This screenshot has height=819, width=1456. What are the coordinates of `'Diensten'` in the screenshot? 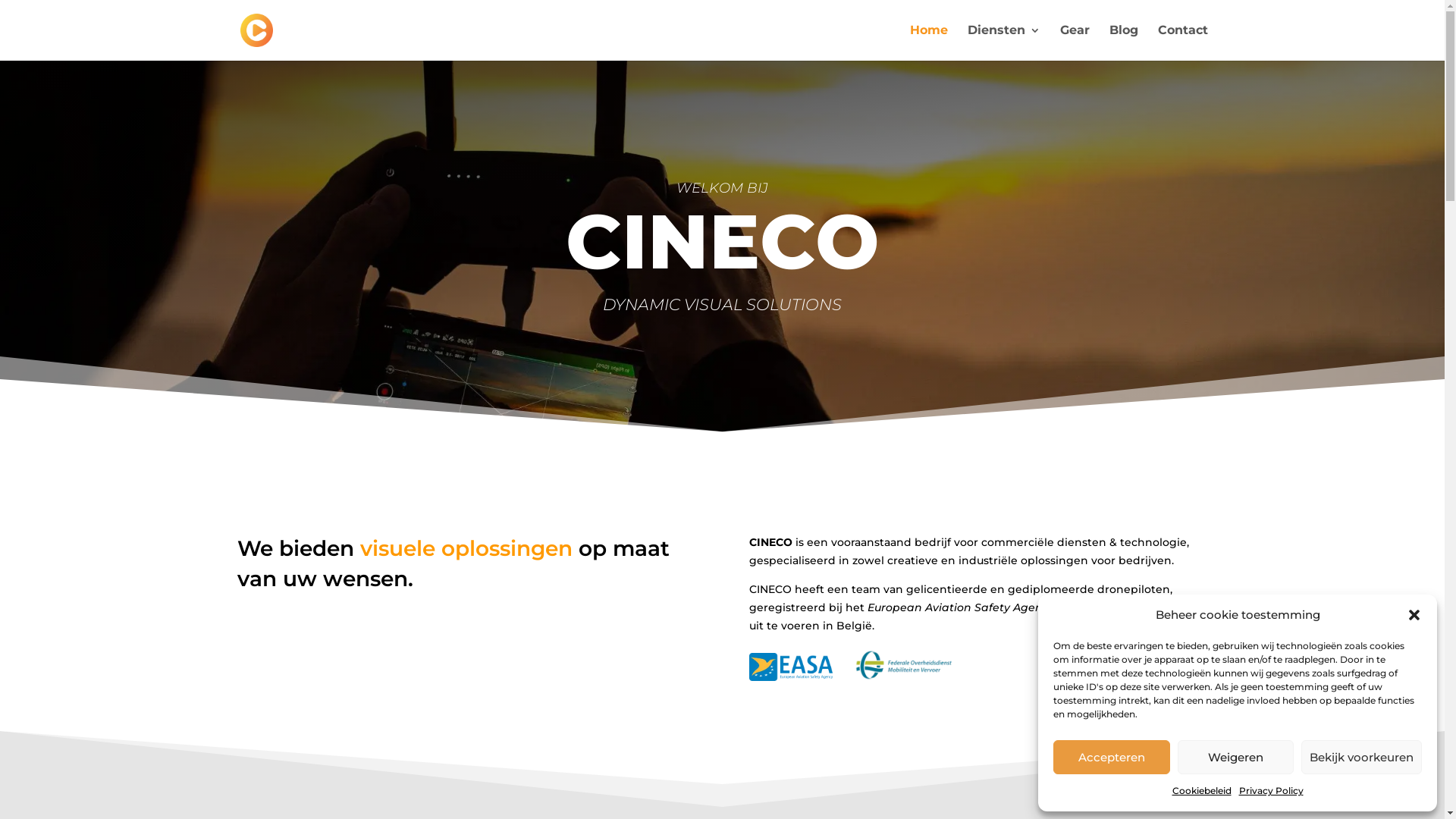 It's located at (967, 42).